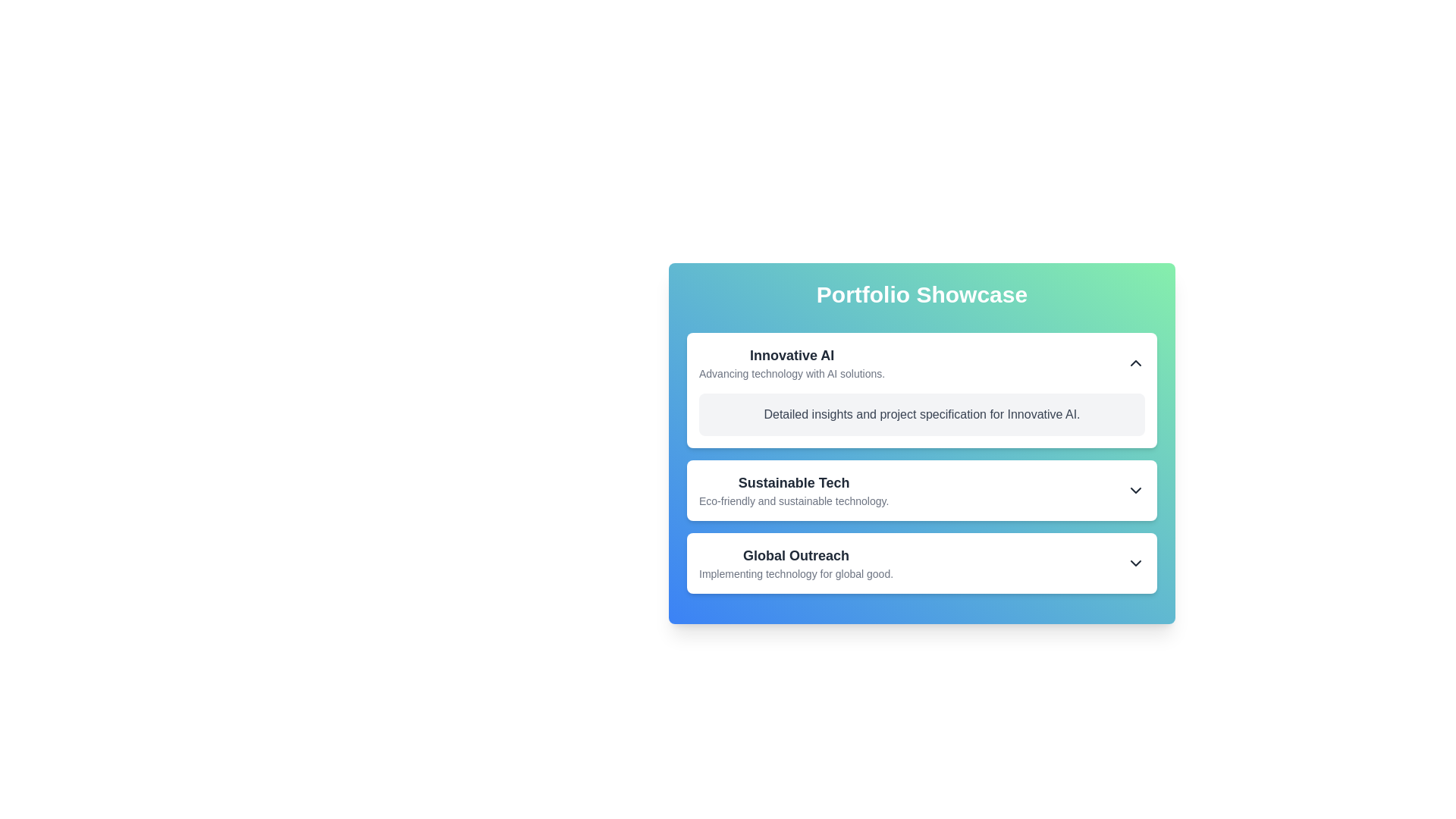 The image size is (1456, 819). Describe the element at coordinates (795, 573) in the screenshot. I see `descriptive text block that says 'Implementing technology for global good.' located below the bold text 'Global Outreach.'` at that location.